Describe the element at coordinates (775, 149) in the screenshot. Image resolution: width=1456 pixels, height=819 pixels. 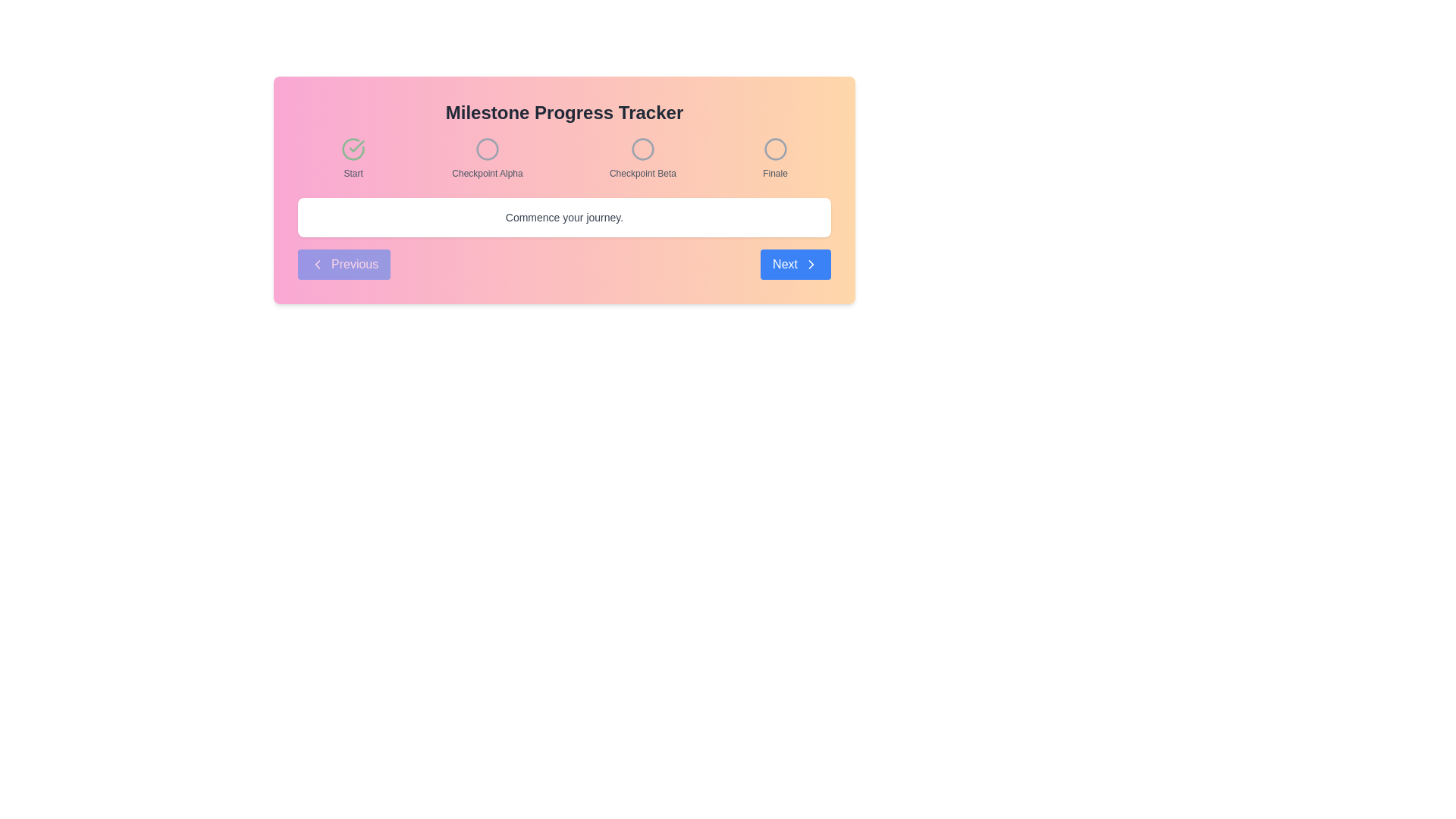
I see `the inactive milestone labeled 'Finale' in the progress tracker, which is the fourth milestone positioned towards the right edge of the interface` at that location.